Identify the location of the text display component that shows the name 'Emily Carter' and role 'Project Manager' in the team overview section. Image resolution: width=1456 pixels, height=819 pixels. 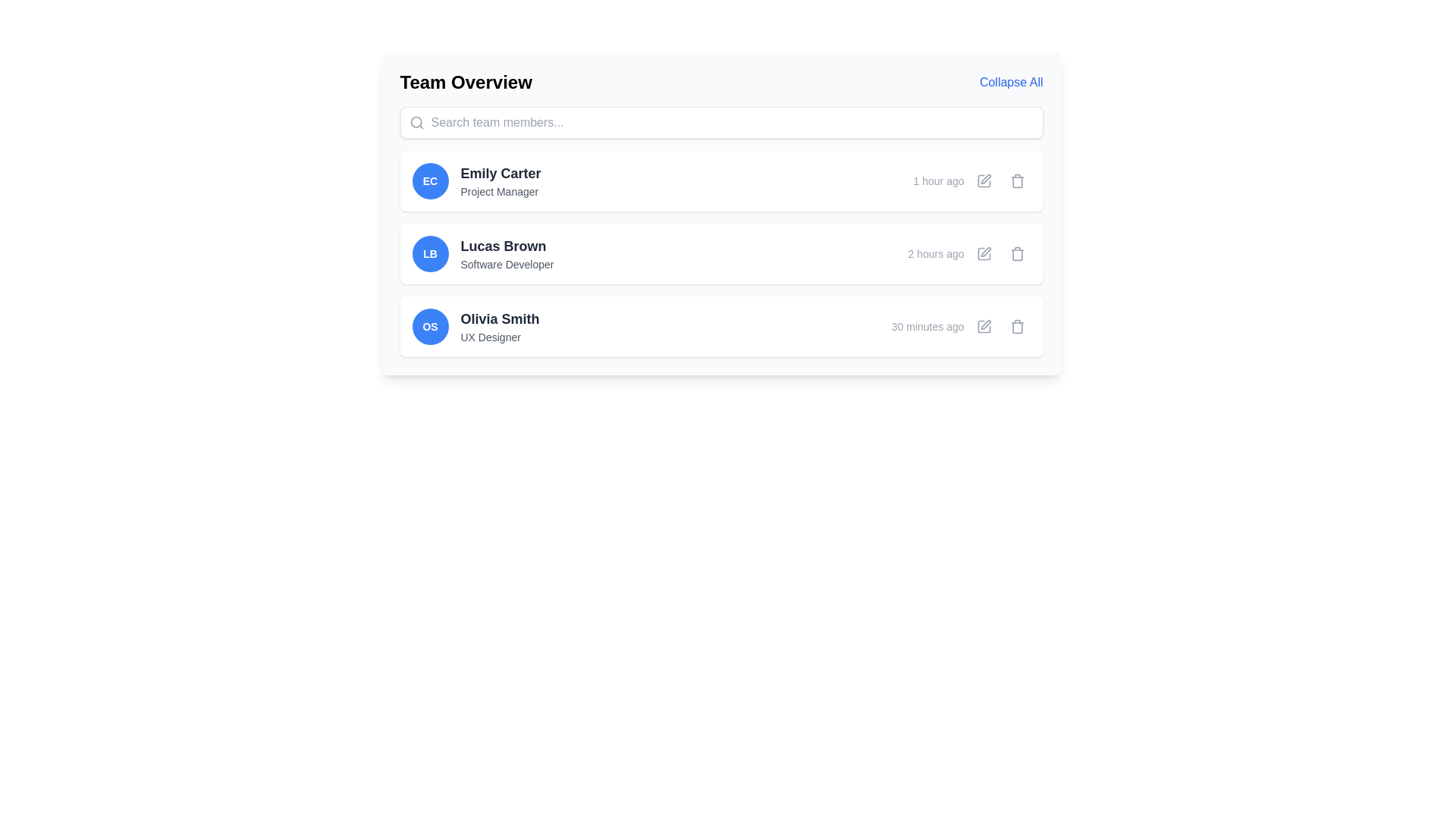
(500, 180).